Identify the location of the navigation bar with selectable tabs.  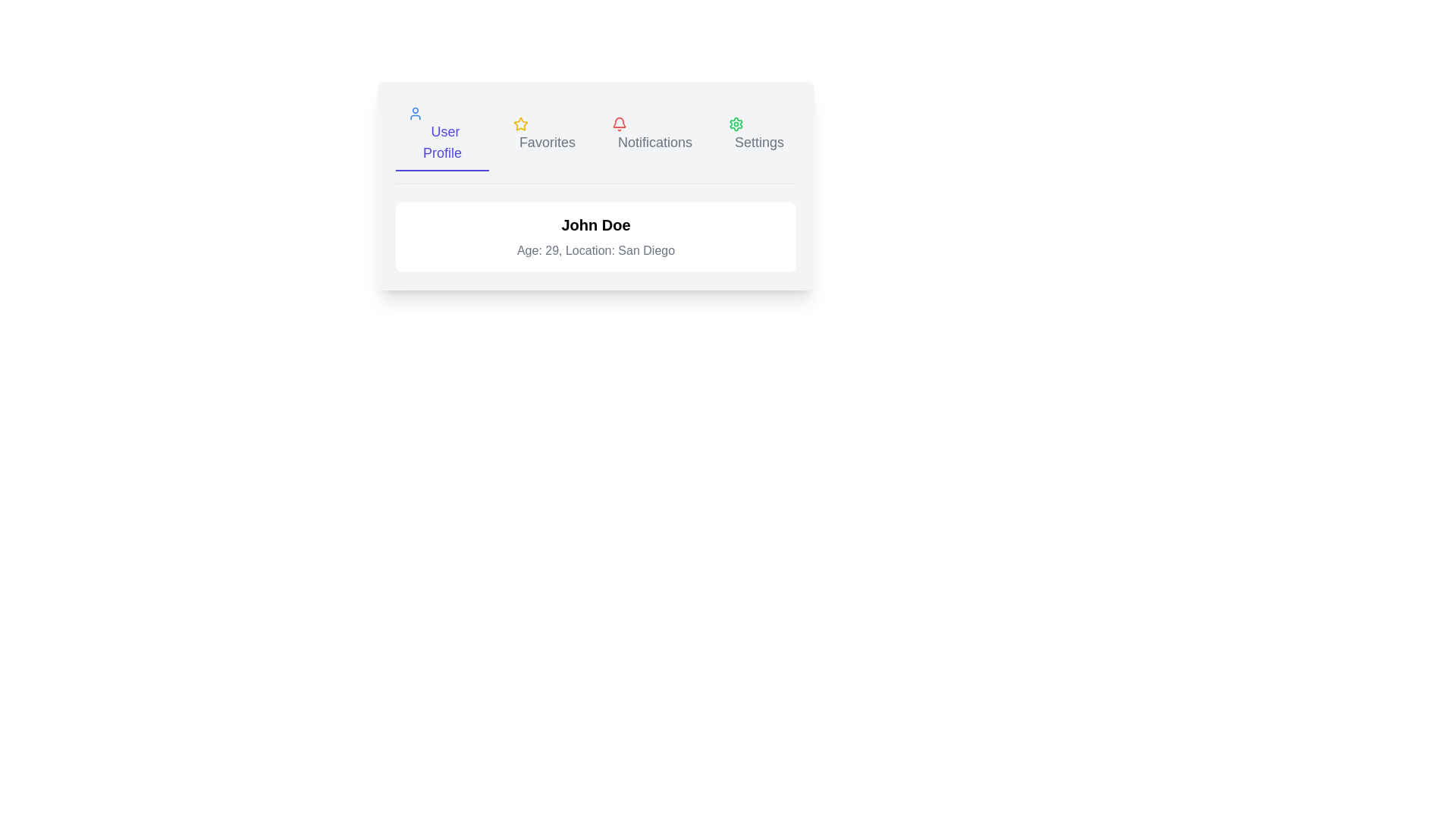
(595, 142).